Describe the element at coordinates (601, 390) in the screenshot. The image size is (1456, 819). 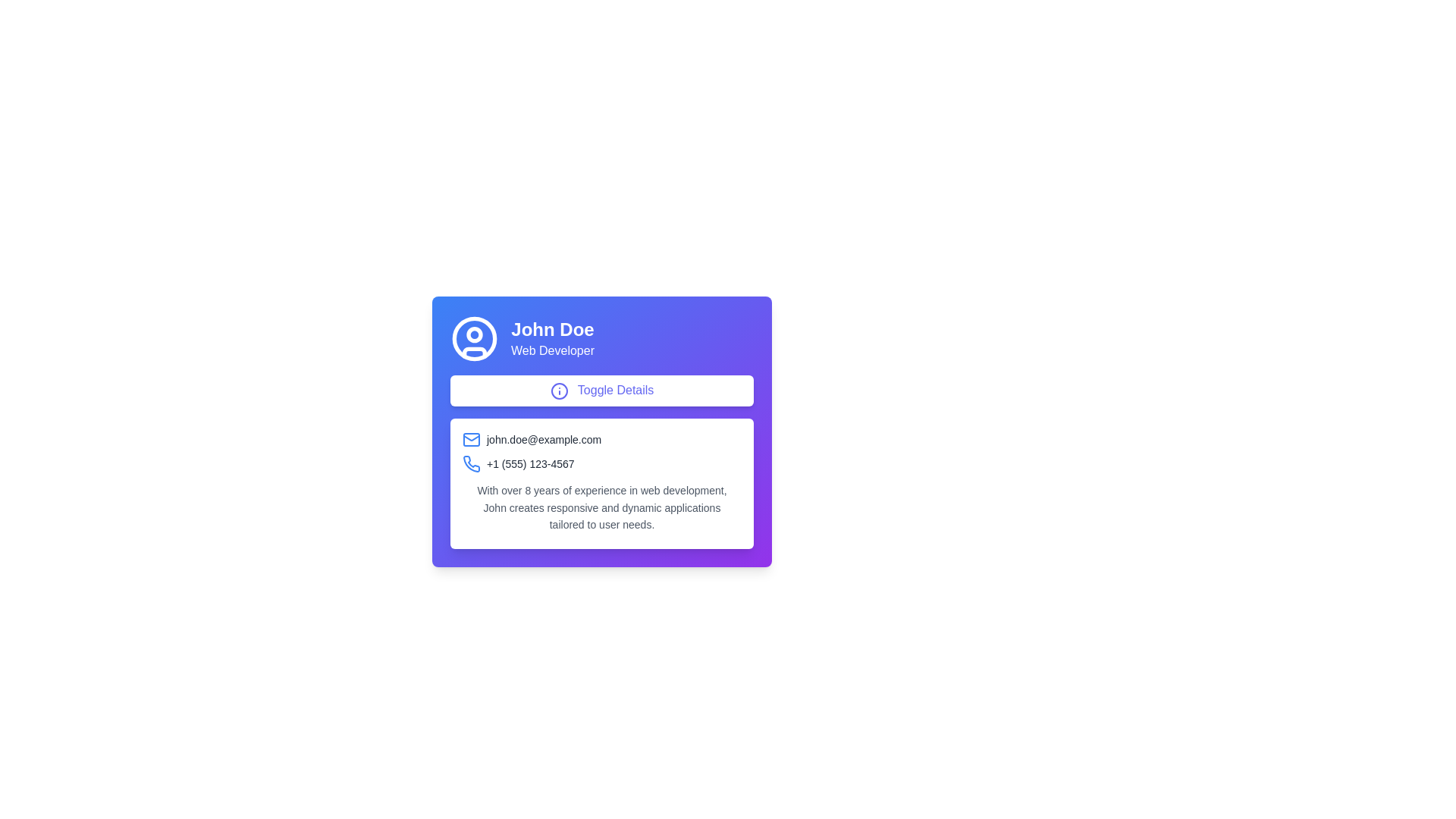
I see `the visibility toggle button for additional details about John Doe's professional information, located below the title section and above the email and phone information within the card` at that location.